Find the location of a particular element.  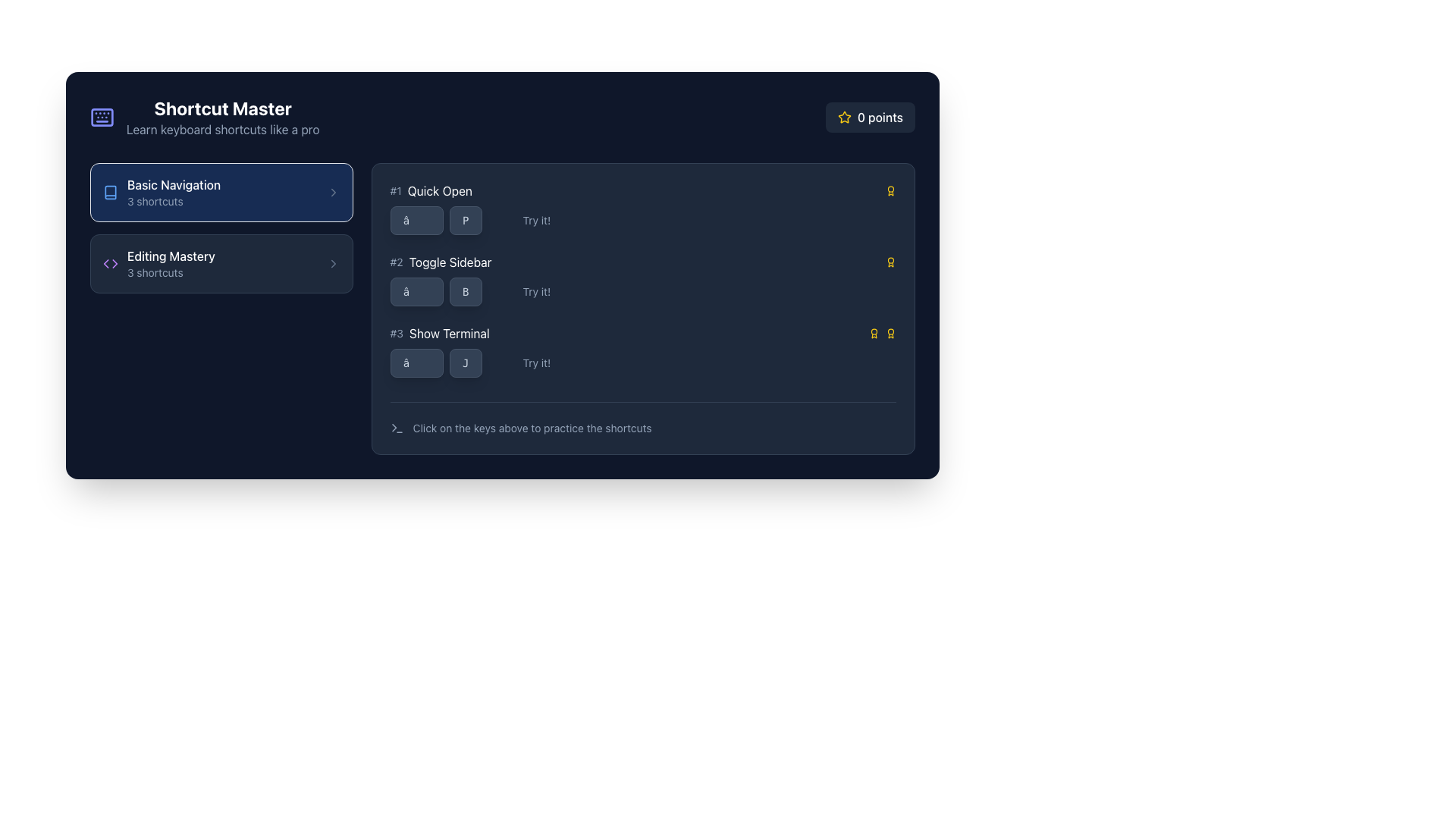

the second row in the list of items, which provides interactive elements to toggle the sidebar, positioned between '#1 Quick Open' and '#3 Show Terminal' is located at coordinates (643, 280).